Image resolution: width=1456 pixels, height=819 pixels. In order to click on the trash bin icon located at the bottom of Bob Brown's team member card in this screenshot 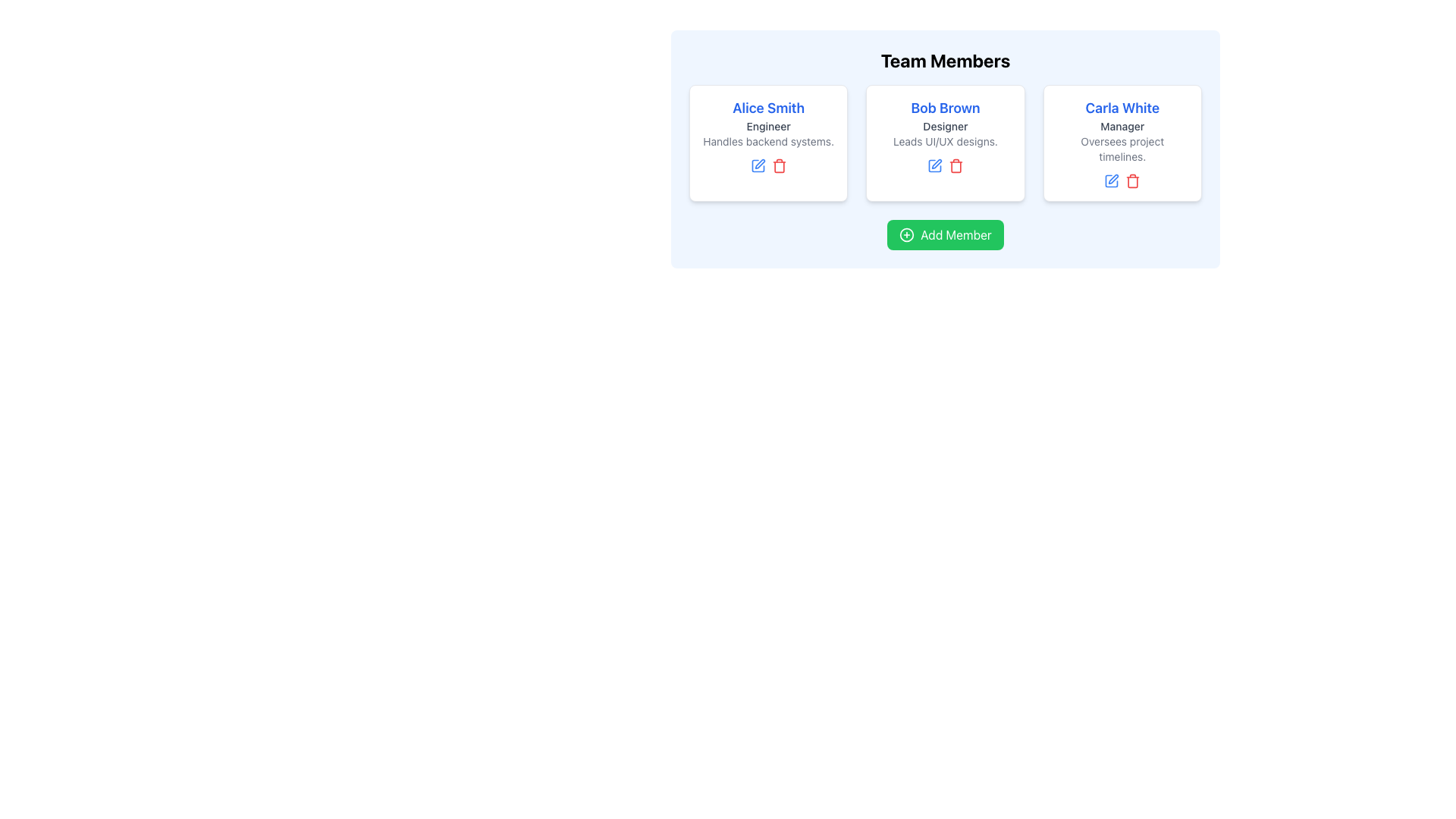, I will do `click(955, 167)`.